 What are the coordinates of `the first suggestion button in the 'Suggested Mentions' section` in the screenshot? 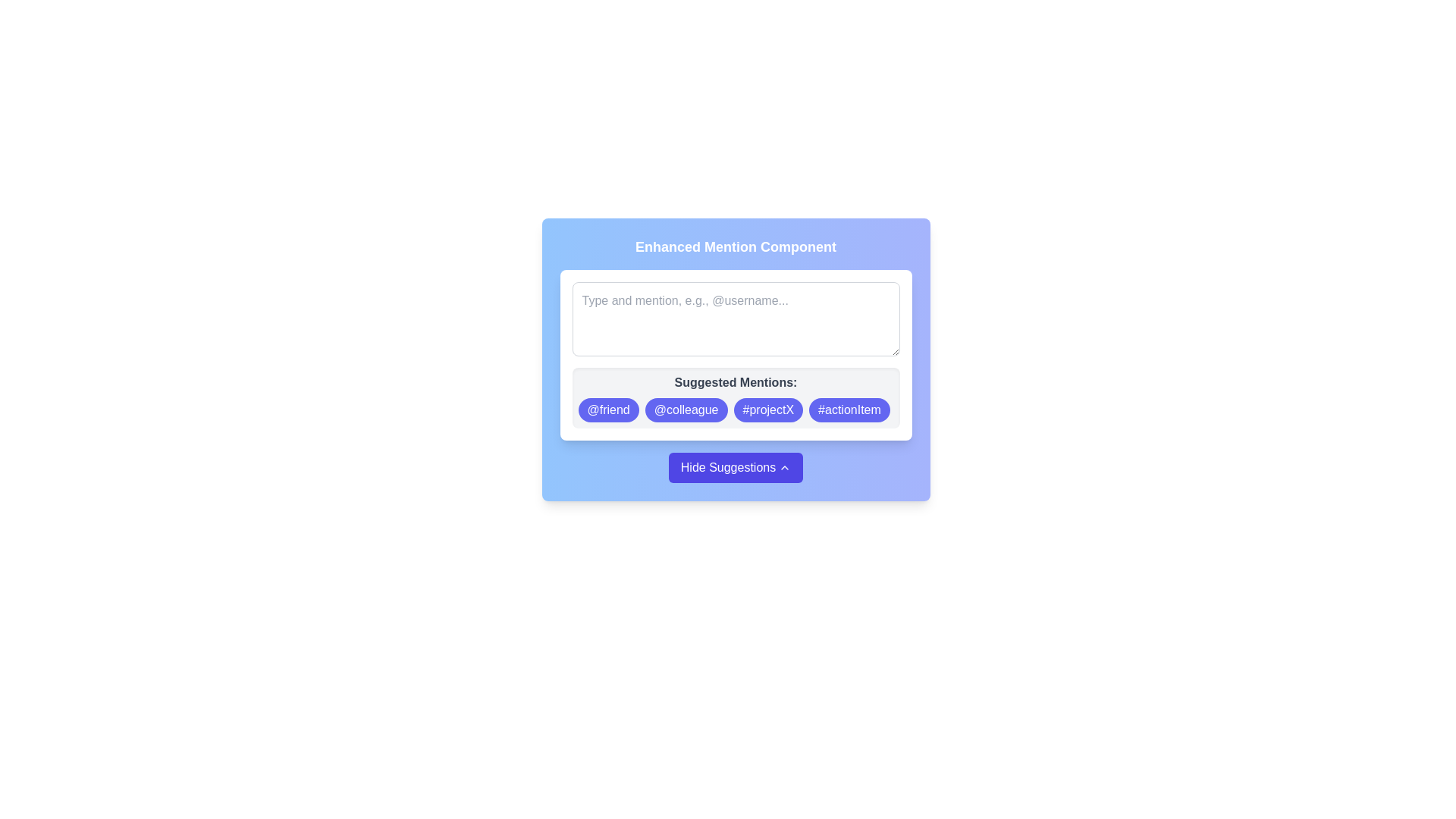 It's located at (608, 409).